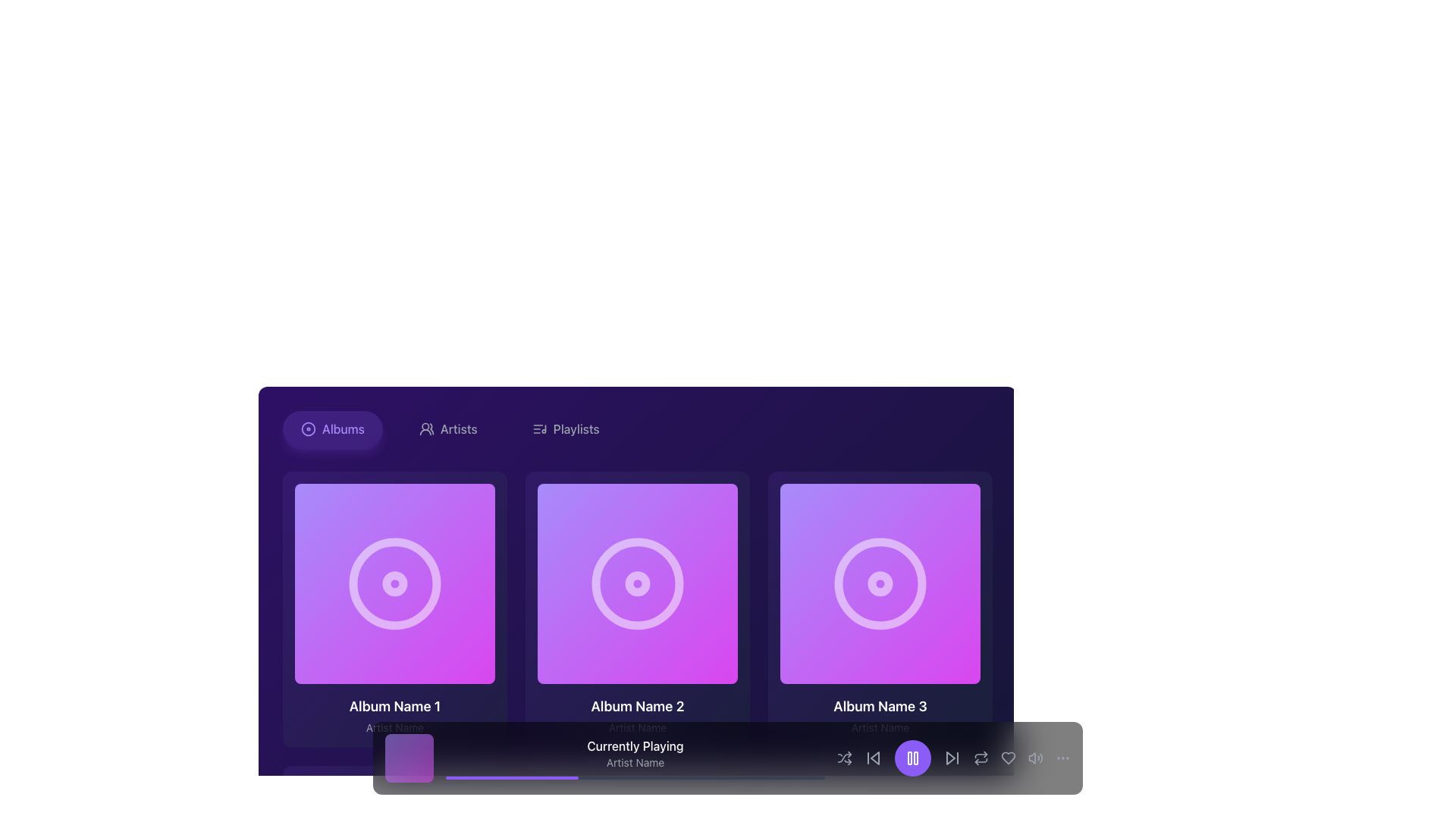  What do you see at coordinates (395, 583) in the screenshot?
I see `the play button for the album labeled 'Album Name 1'` at bounding box center [395, 583].